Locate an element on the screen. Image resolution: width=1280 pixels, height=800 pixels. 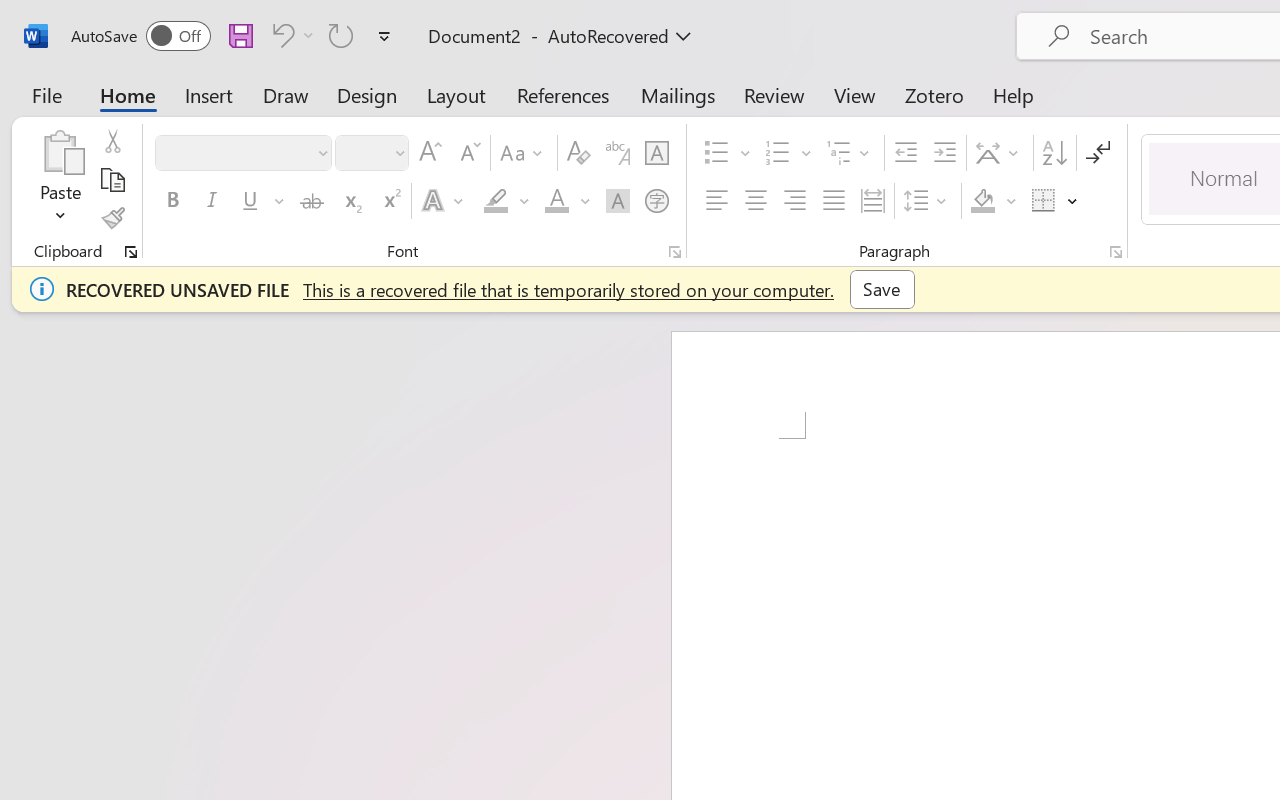
'Superscript' is located at coordinates (390, 201).